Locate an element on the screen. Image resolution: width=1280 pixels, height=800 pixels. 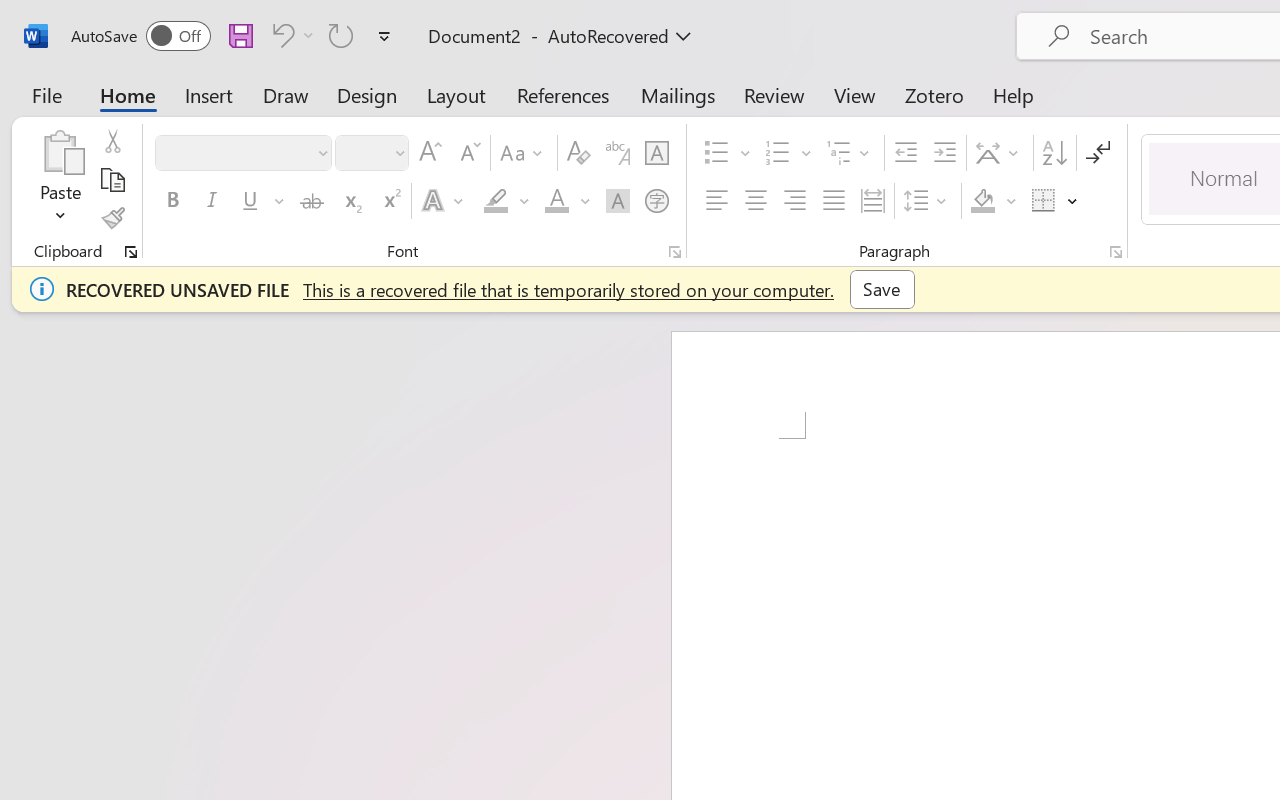
'Superscript' is located at coordinates (390, 201).